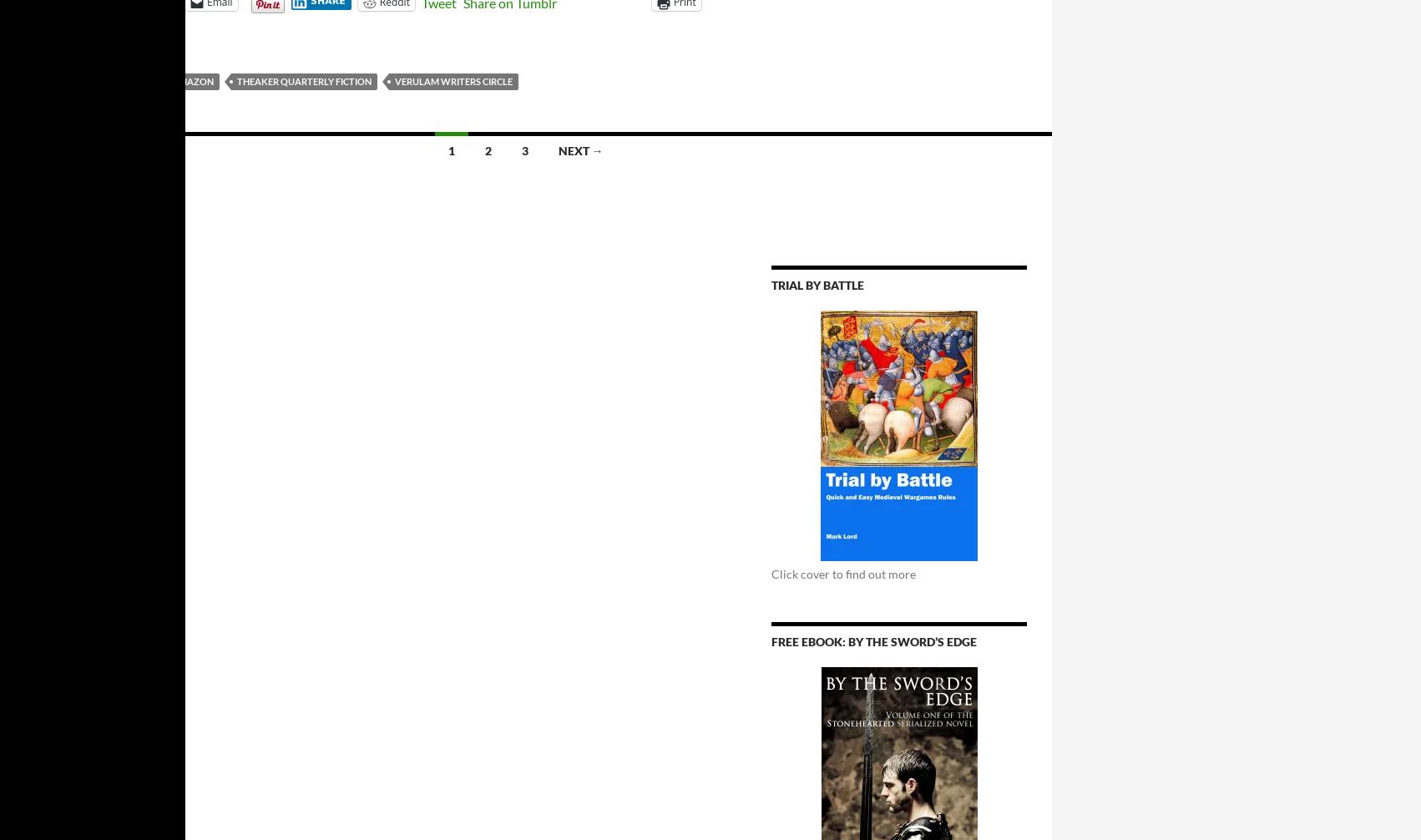  I want to click on 'Click cover to find out more', so click(842, 574).